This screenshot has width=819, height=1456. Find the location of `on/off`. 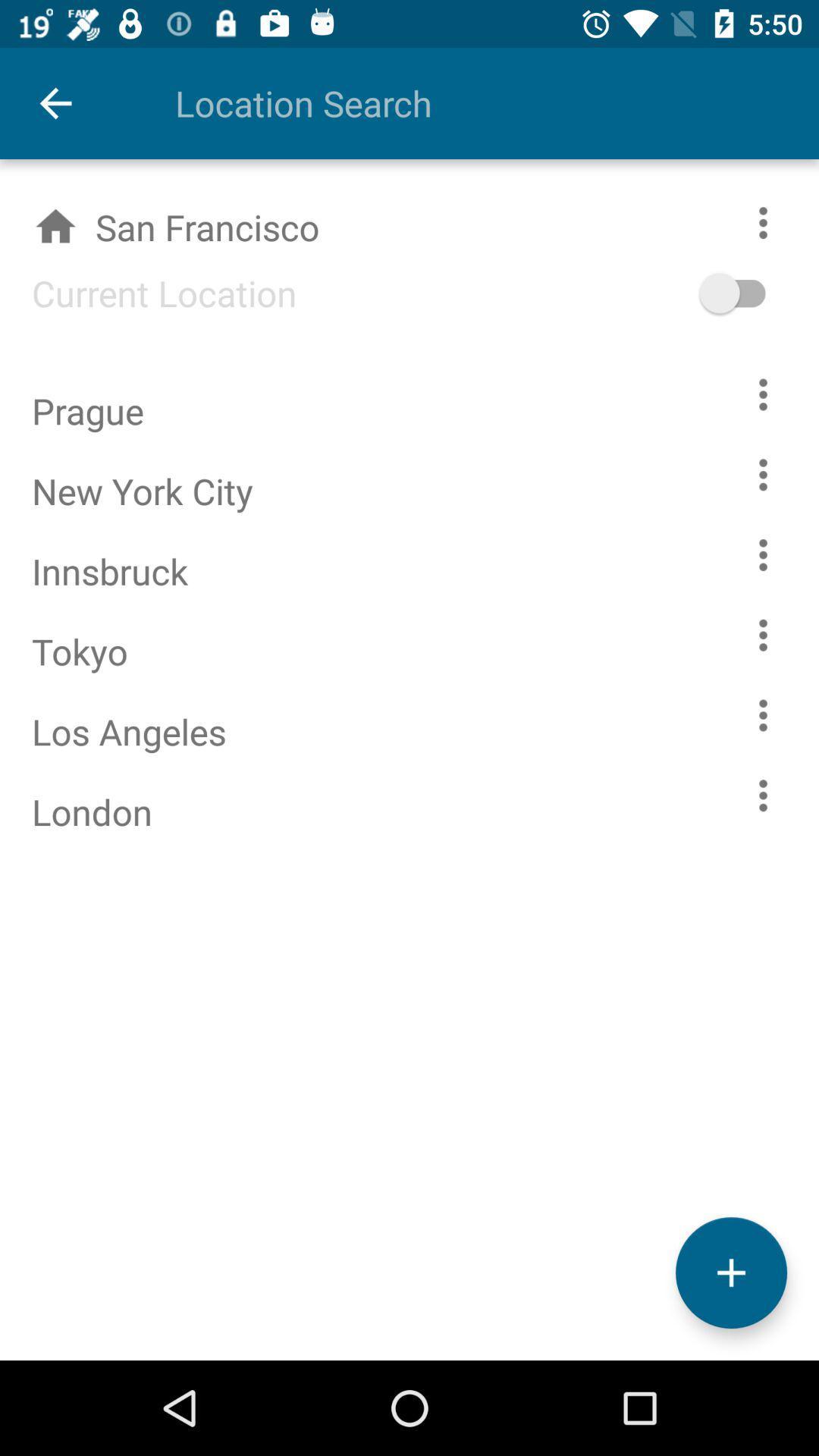

on/off is located at coordinates (755, 293).